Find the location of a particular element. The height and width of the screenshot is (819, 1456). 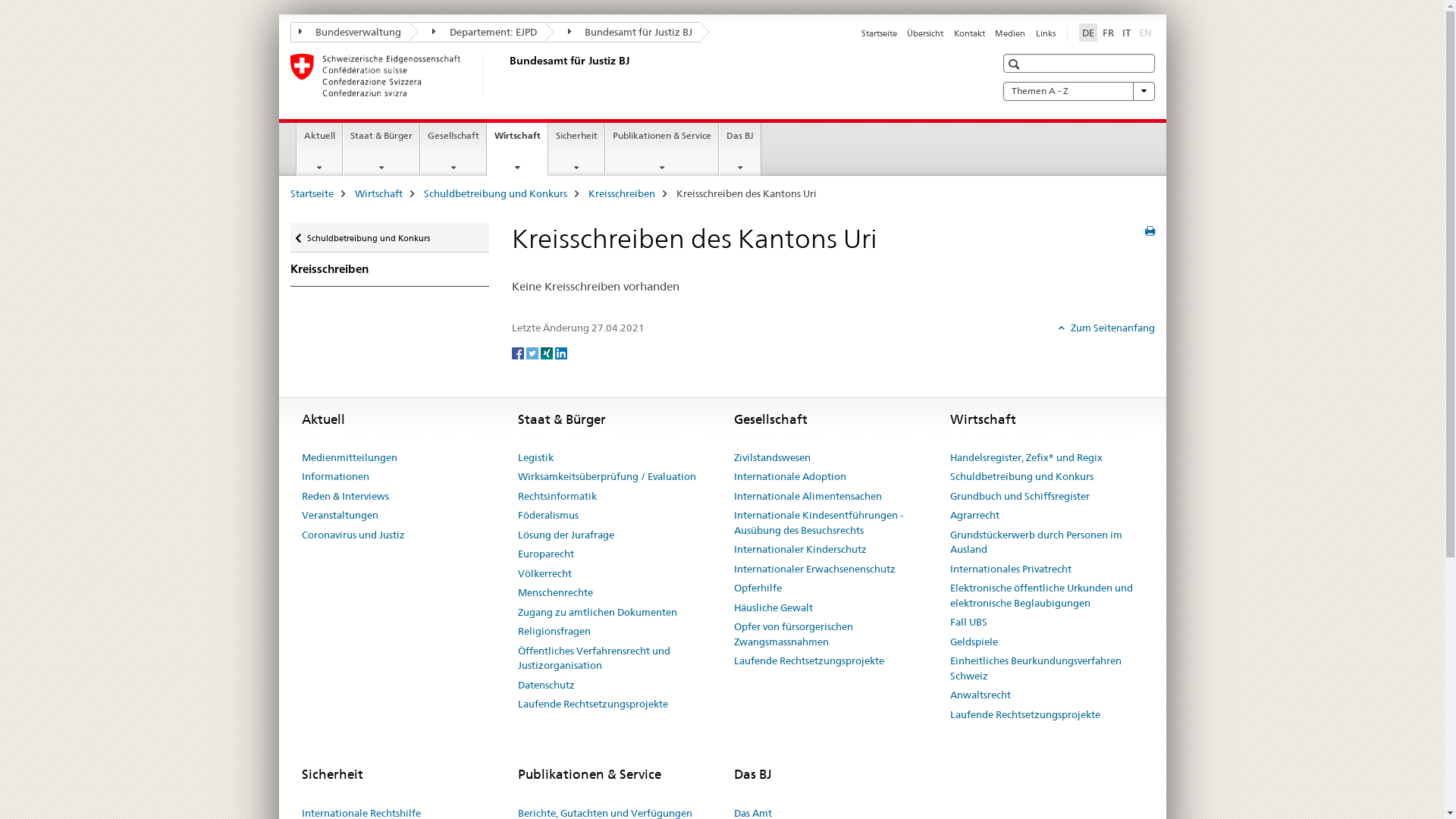

'Grundbuch und Schiffsregister' is located at coordinates (1019, 497).